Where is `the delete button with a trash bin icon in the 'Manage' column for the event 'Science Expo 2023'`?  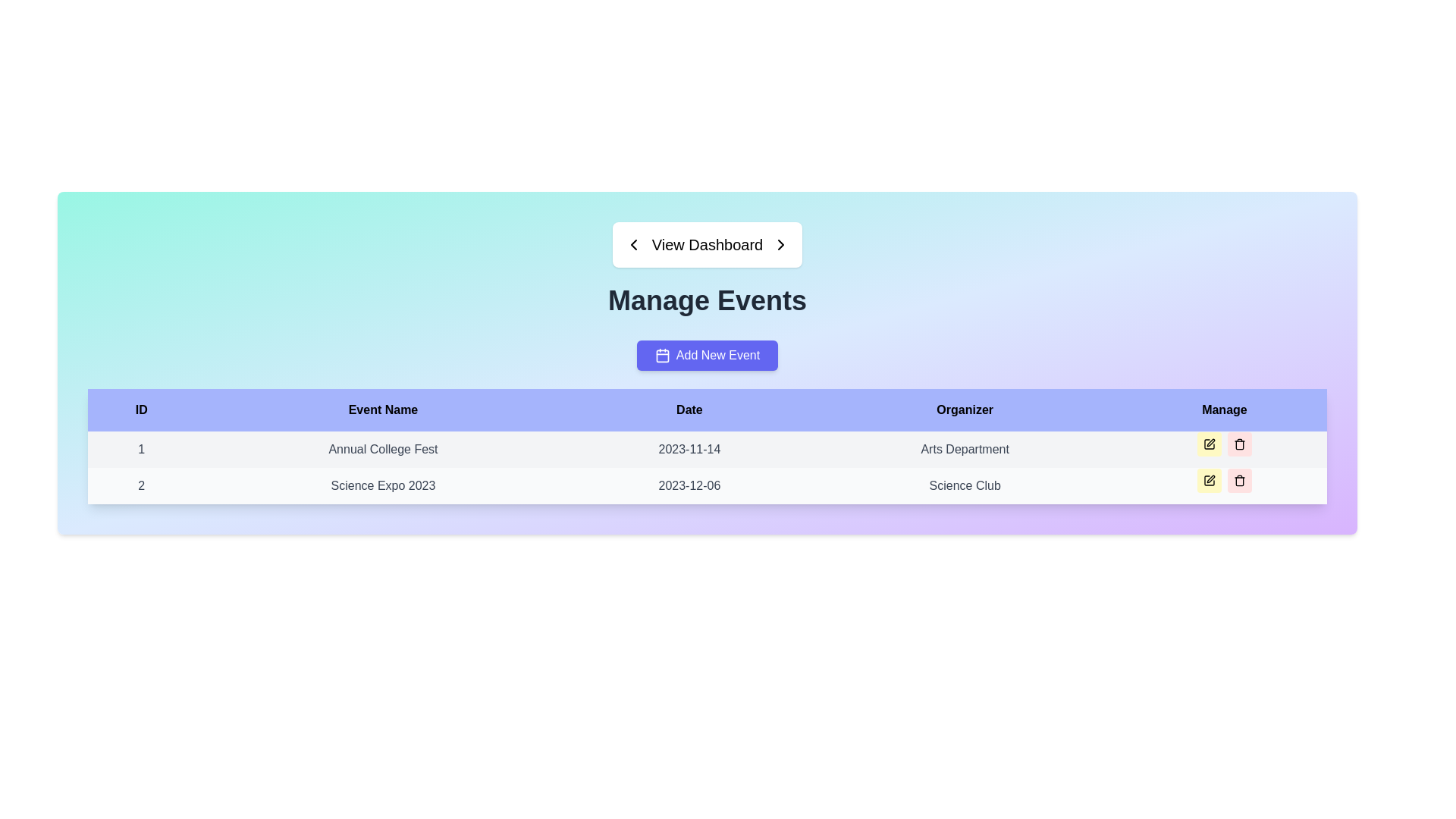
the delete button with a trash bin icon in the 'Manage' column for the event 'Science Expo 2023' is located at coordinates (1239, 480).